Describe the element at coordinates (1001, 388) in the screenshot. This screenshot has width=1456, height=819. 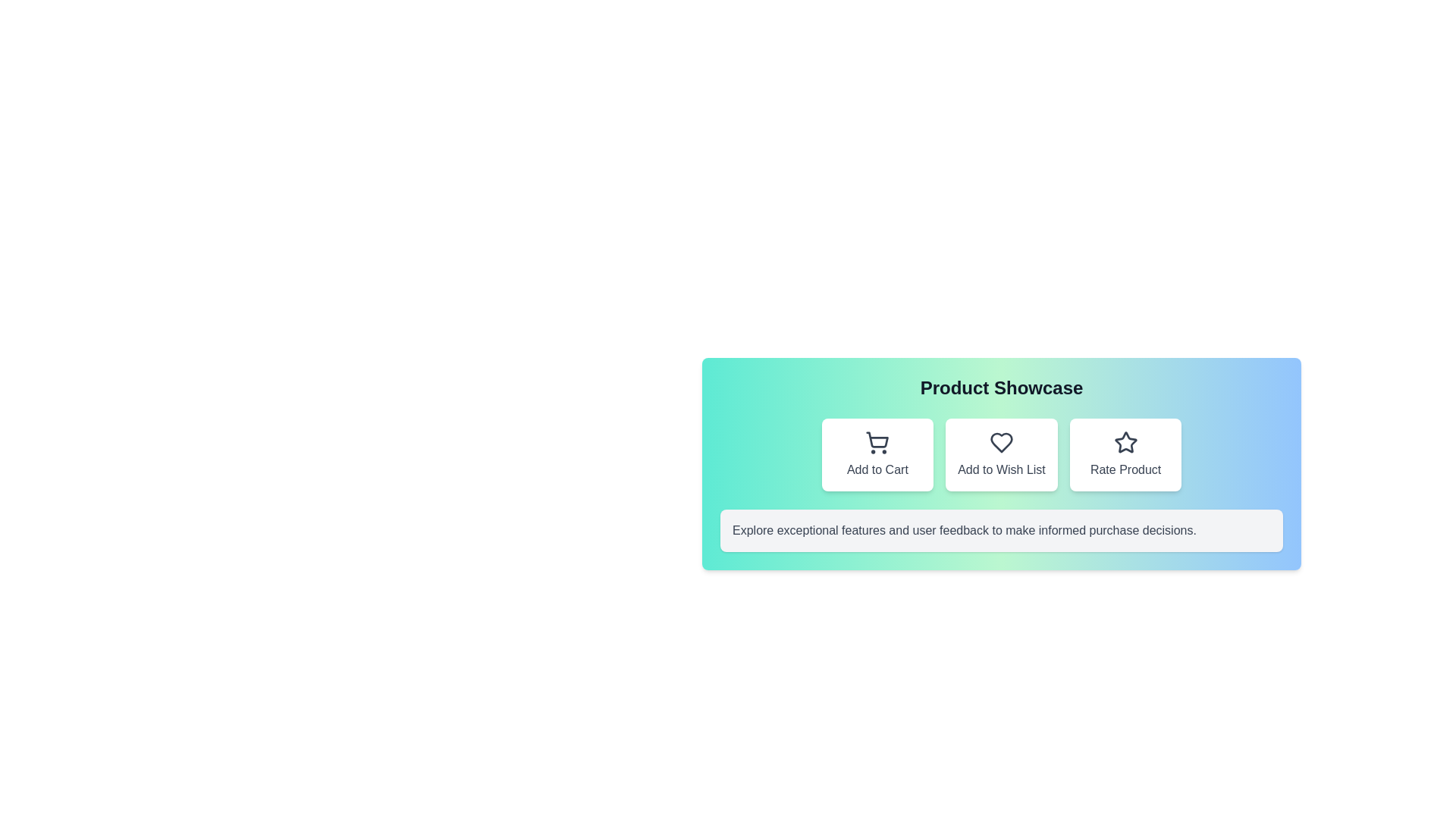
I see `the 'Product Showcase' heading text label, which is styled in bold and large gray font, located at the top of a section above three buttons` at that location.